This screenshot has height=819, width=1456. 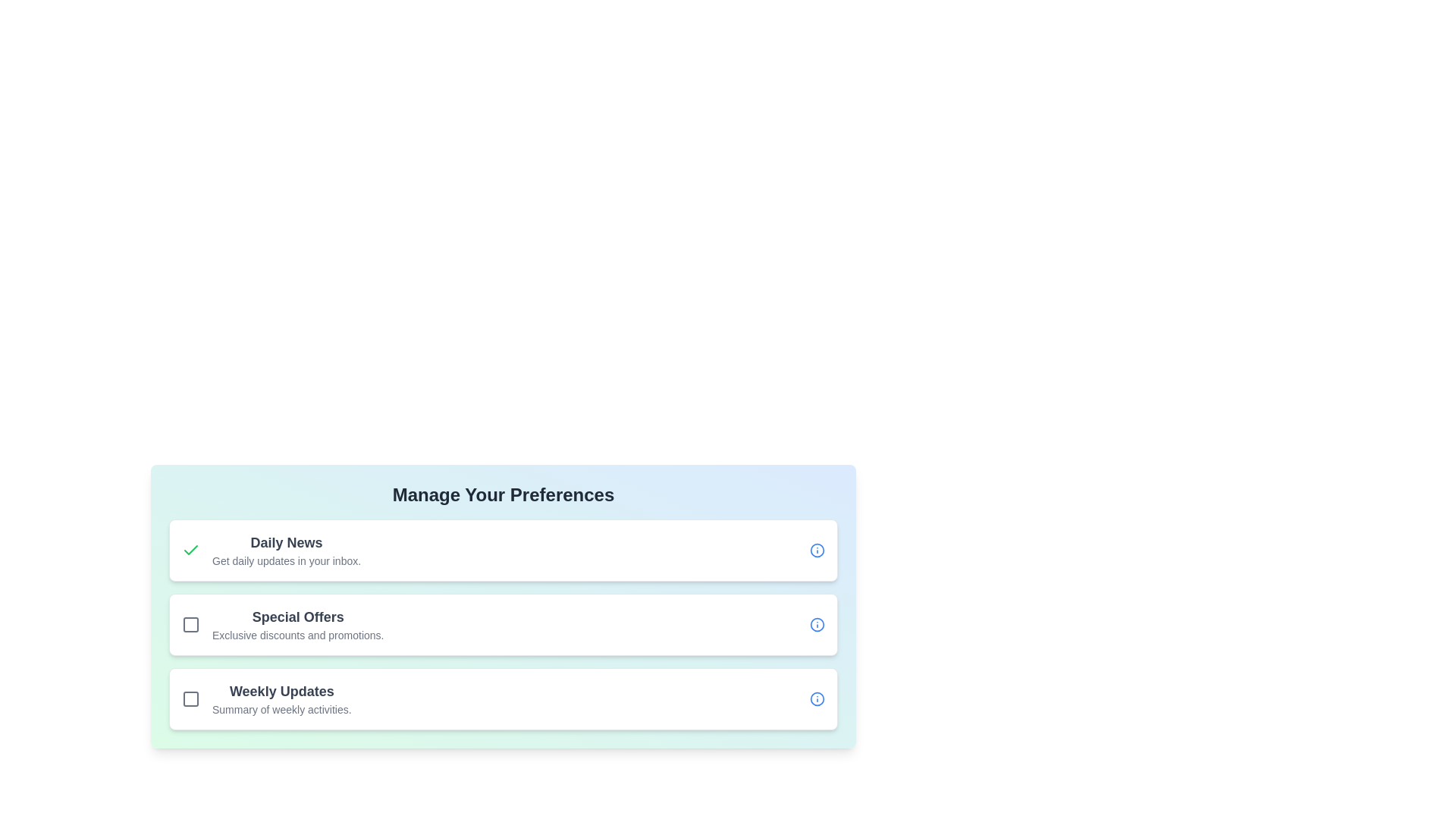 I want to click on text block displaying 'Daily News' and the supporting information 'Get daily updates in your inbox.' which is centrally aligned and positioned at the top of its group in the three-option list view, so click(x=287, y=550).